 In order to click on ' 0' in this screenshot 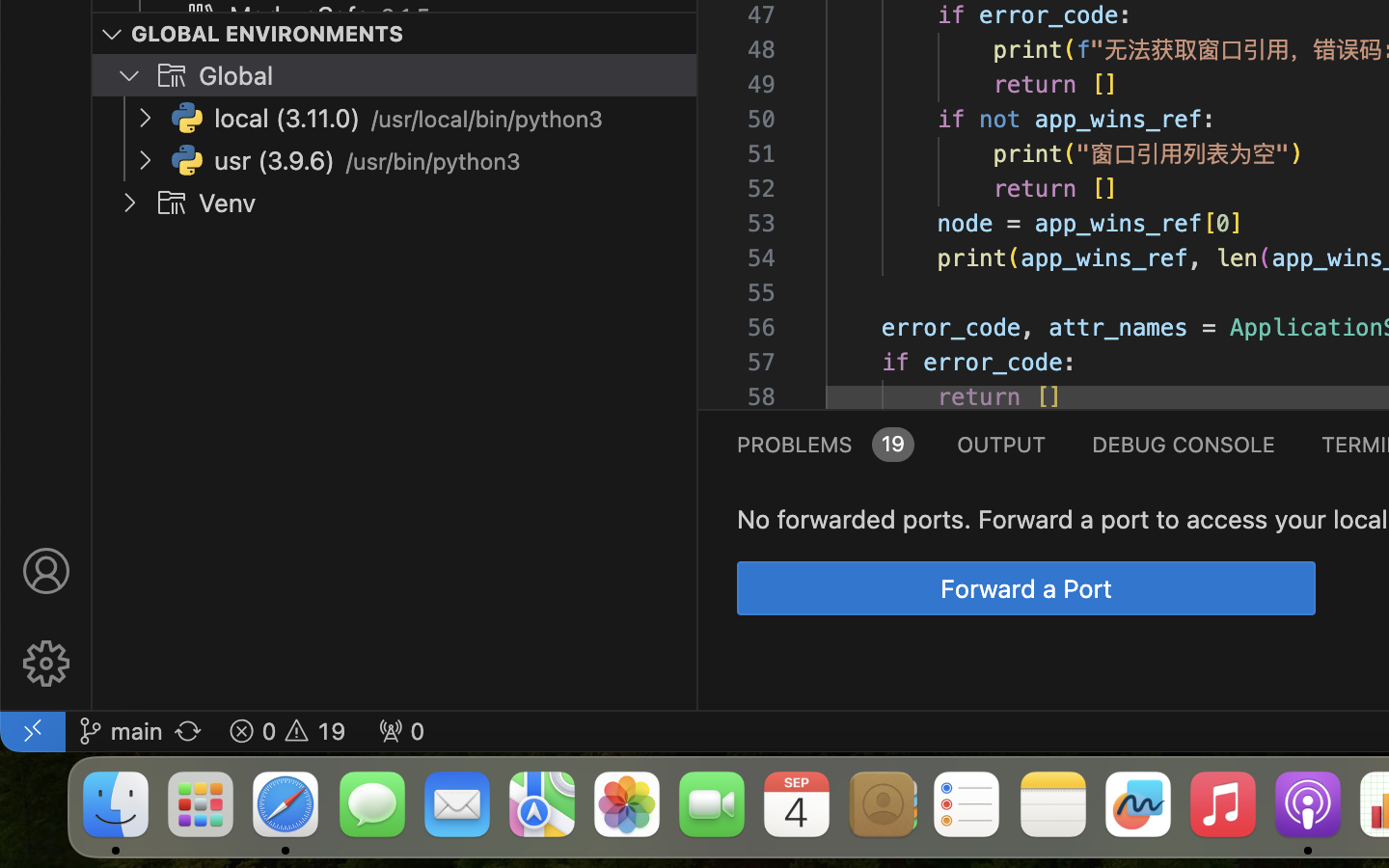, I will do `click(400, 729)`.